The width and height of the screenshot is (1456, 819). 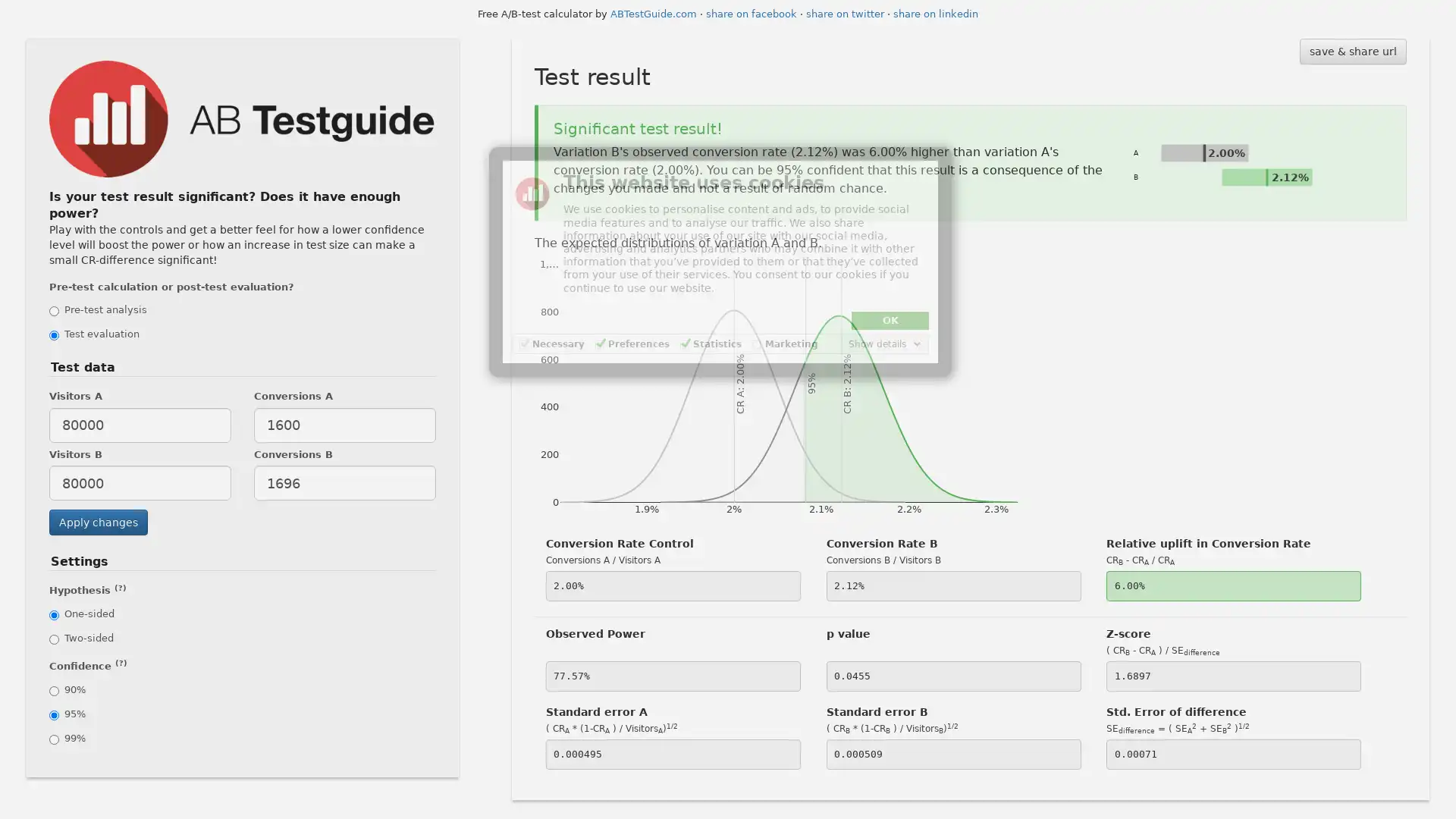 What do you see at coordinates (1352, 51) in the screenshot?
I see `save & share url` at bounding box center [1352, 51].